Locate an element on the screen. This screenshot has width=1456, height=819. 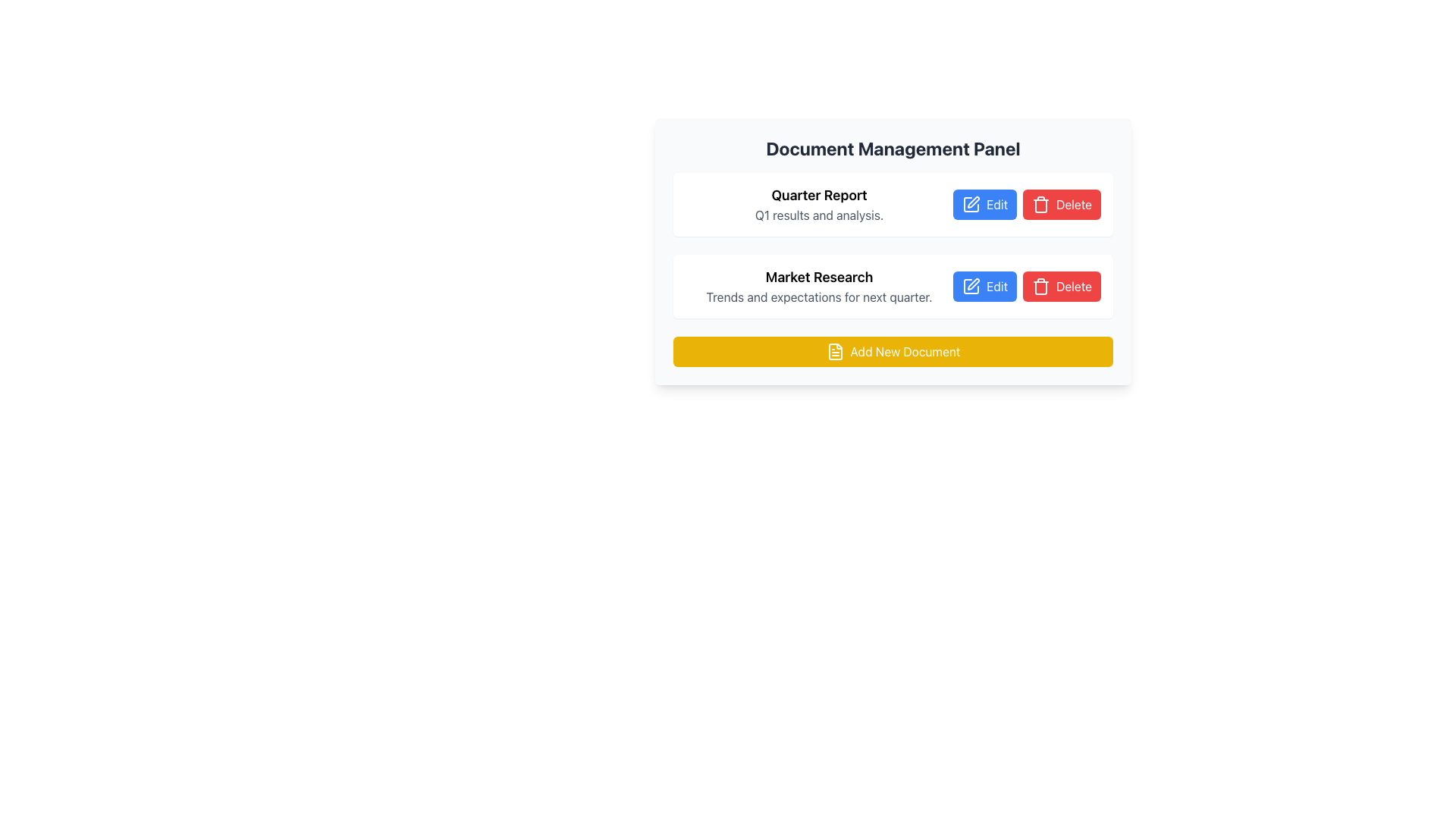
the text block labeled 'Market Research' which contains two lines of text, with the first being bold and larger, and the second being lighter and smaller, located in the 'Document Management Panel' is located at coordinates (818, 287).